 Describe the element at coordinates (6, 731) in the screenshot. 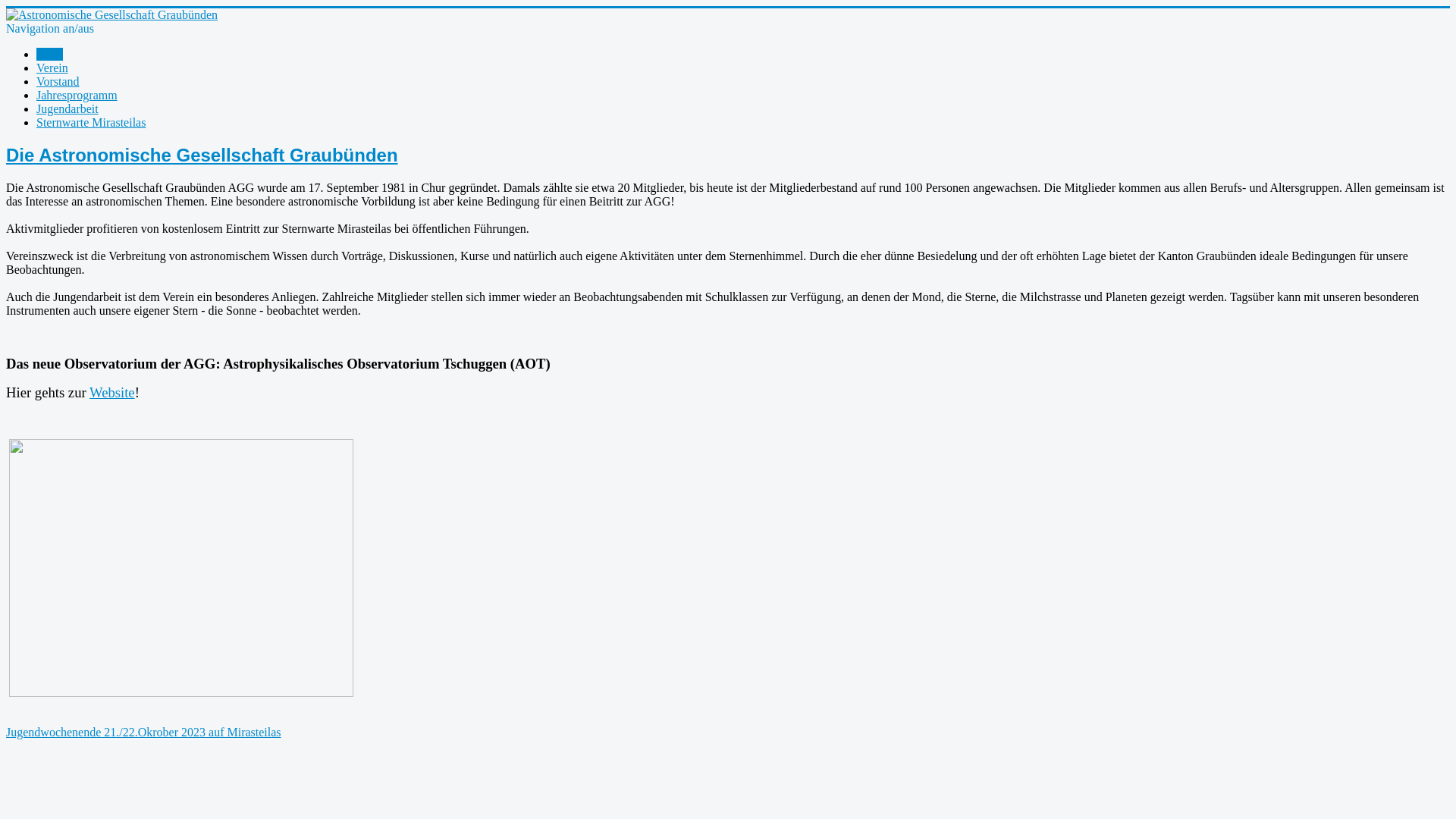

I see `'Jugendwochenende 21./22.Okrober 2023 auf Mirasteilas'` at that location.